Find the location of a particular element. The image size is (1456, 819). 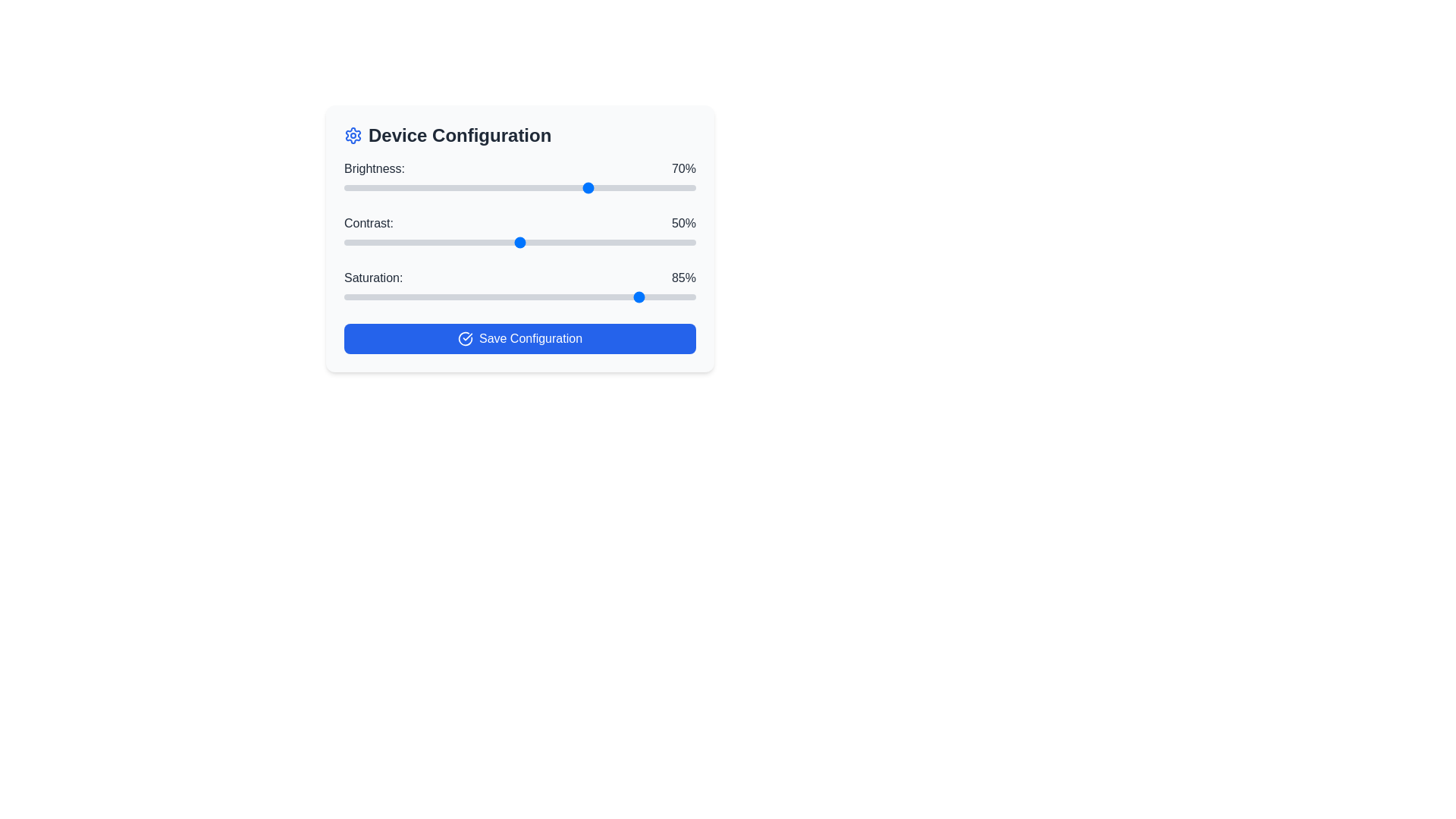

the contrast is located at coordinates (397, 242).